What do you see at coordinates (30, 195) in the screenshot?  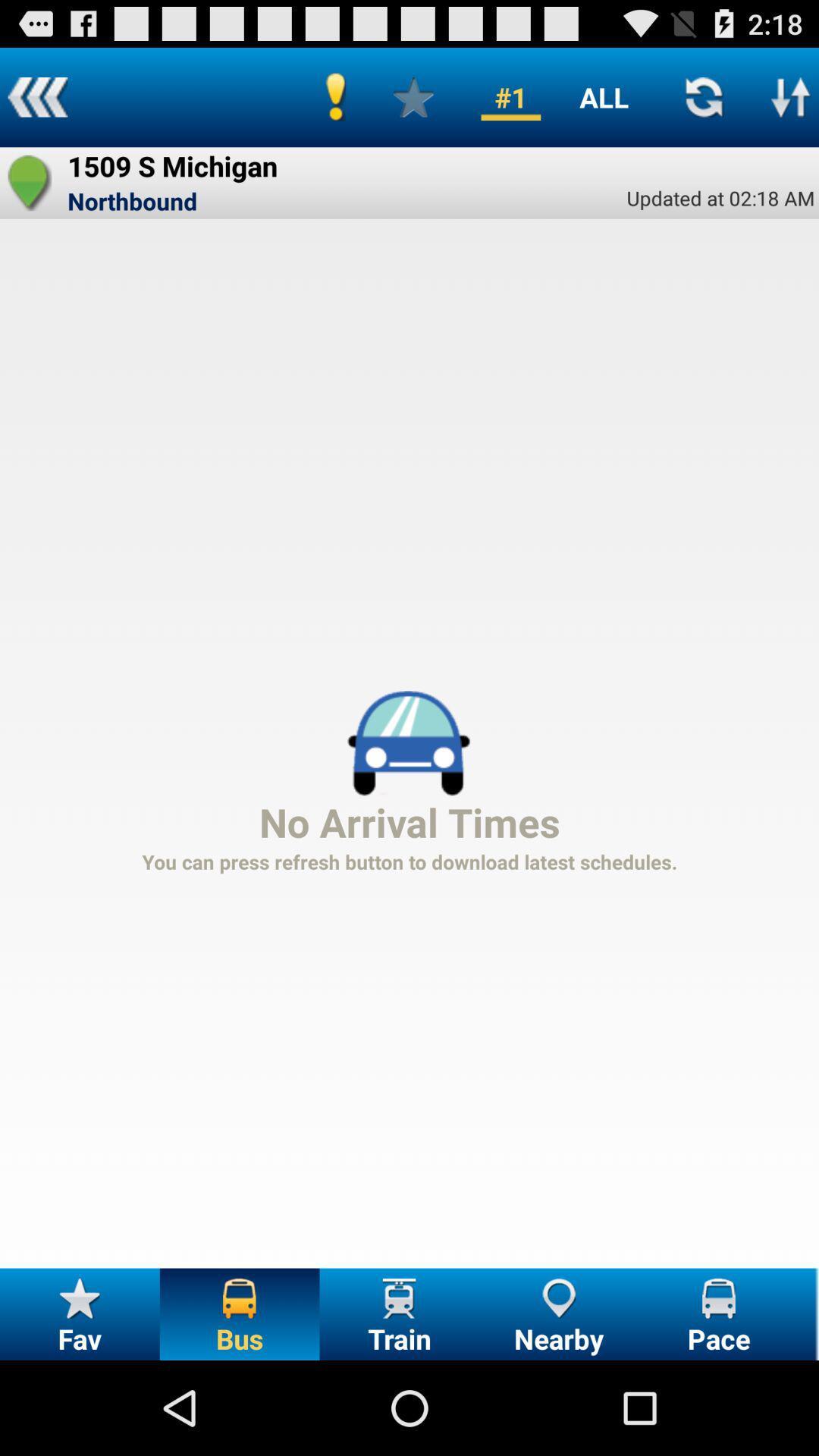 I see `the favorite icon` at bounding box center [30, 195].